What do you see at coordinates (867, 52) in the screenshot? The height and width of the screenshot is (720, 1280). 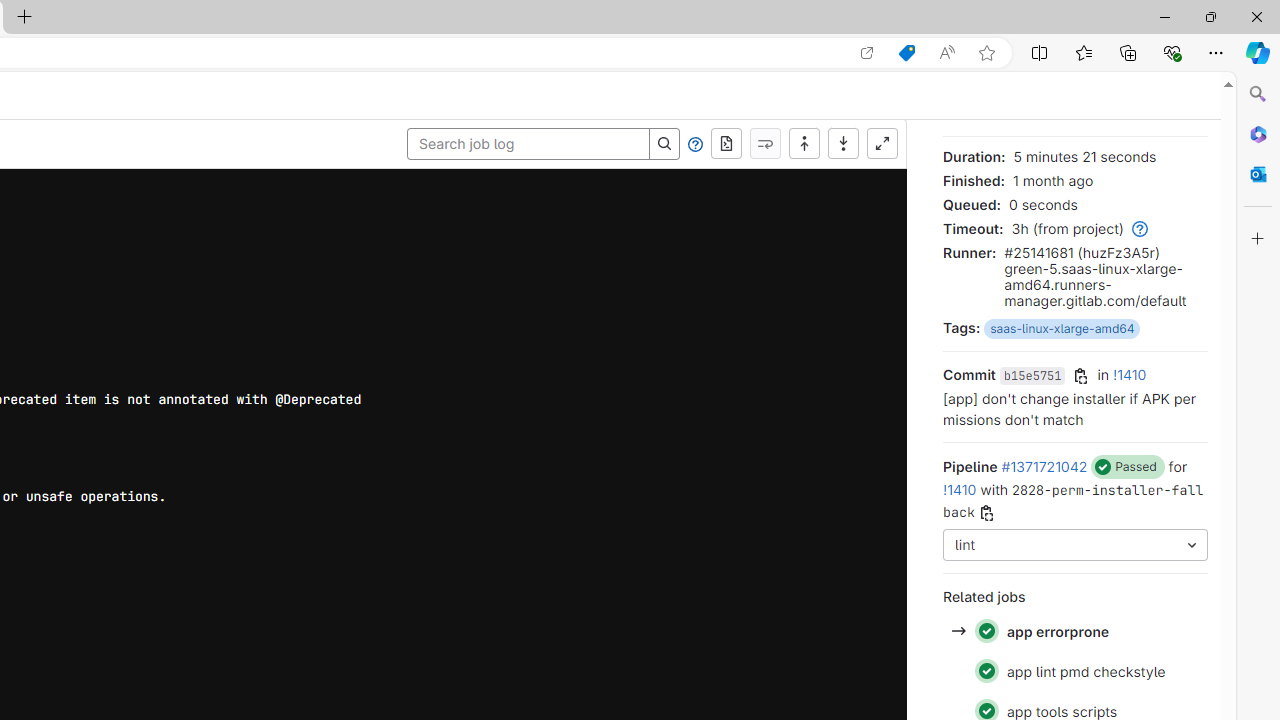 I see `'Open in app'` at bounding box center [867, 52].